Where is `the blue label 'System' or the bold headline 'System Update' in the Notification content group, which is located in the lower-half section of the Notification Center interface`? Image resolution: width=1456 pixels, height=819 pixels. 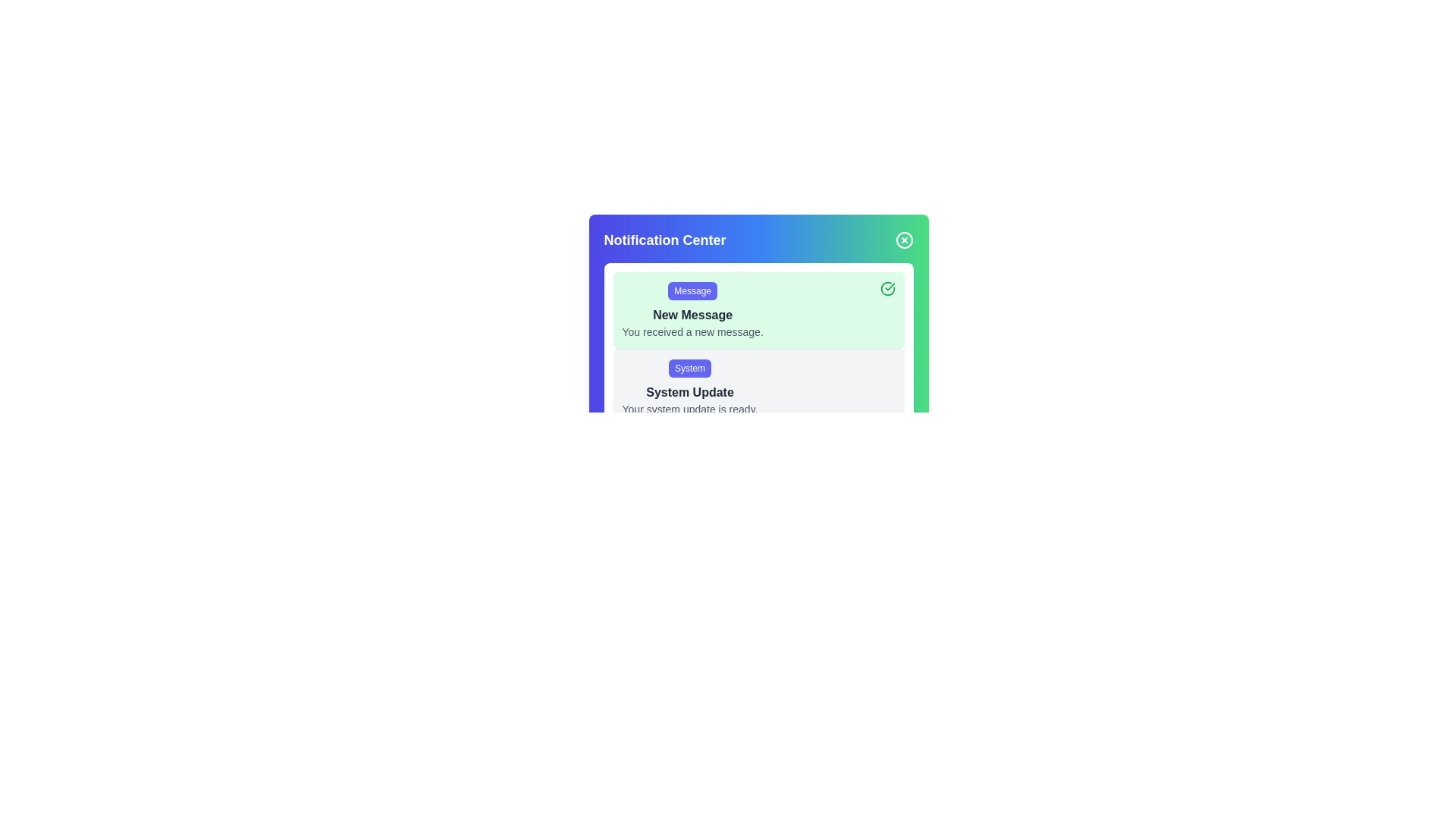 the blue label 'System' or the bold headline 'System Update' in the Notification content group, which is located in the lower-half section of the Notification Center interface is located at coordinates (689, 386).